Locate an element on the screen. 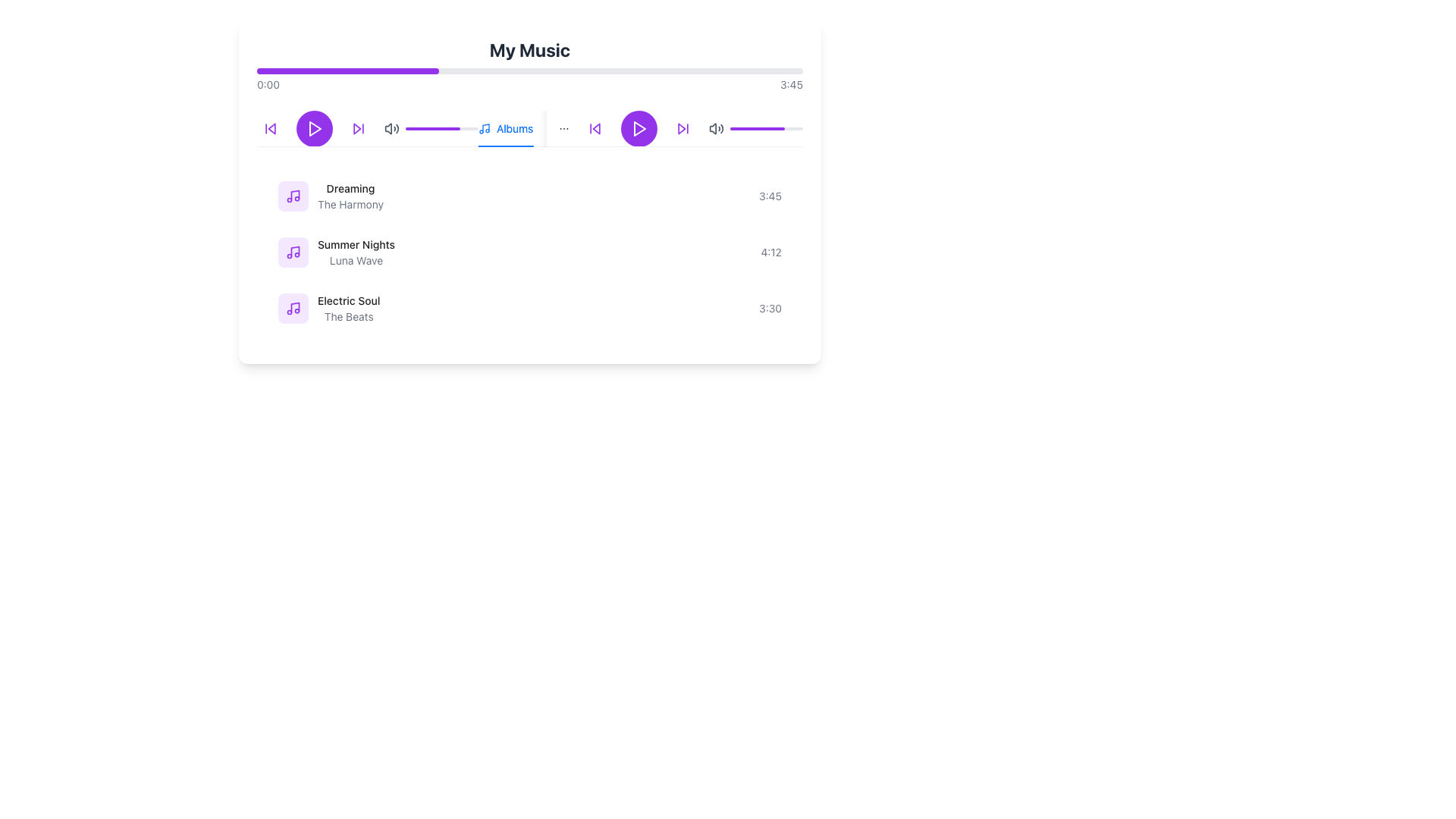 Image resolution: width=1456 pixels, height=819 pixels. the 'Playlists' label, which is displayed in a bold style and located next to a music playlist icon in the upper center of the media playback control interface is located at coordinates (669, 127).